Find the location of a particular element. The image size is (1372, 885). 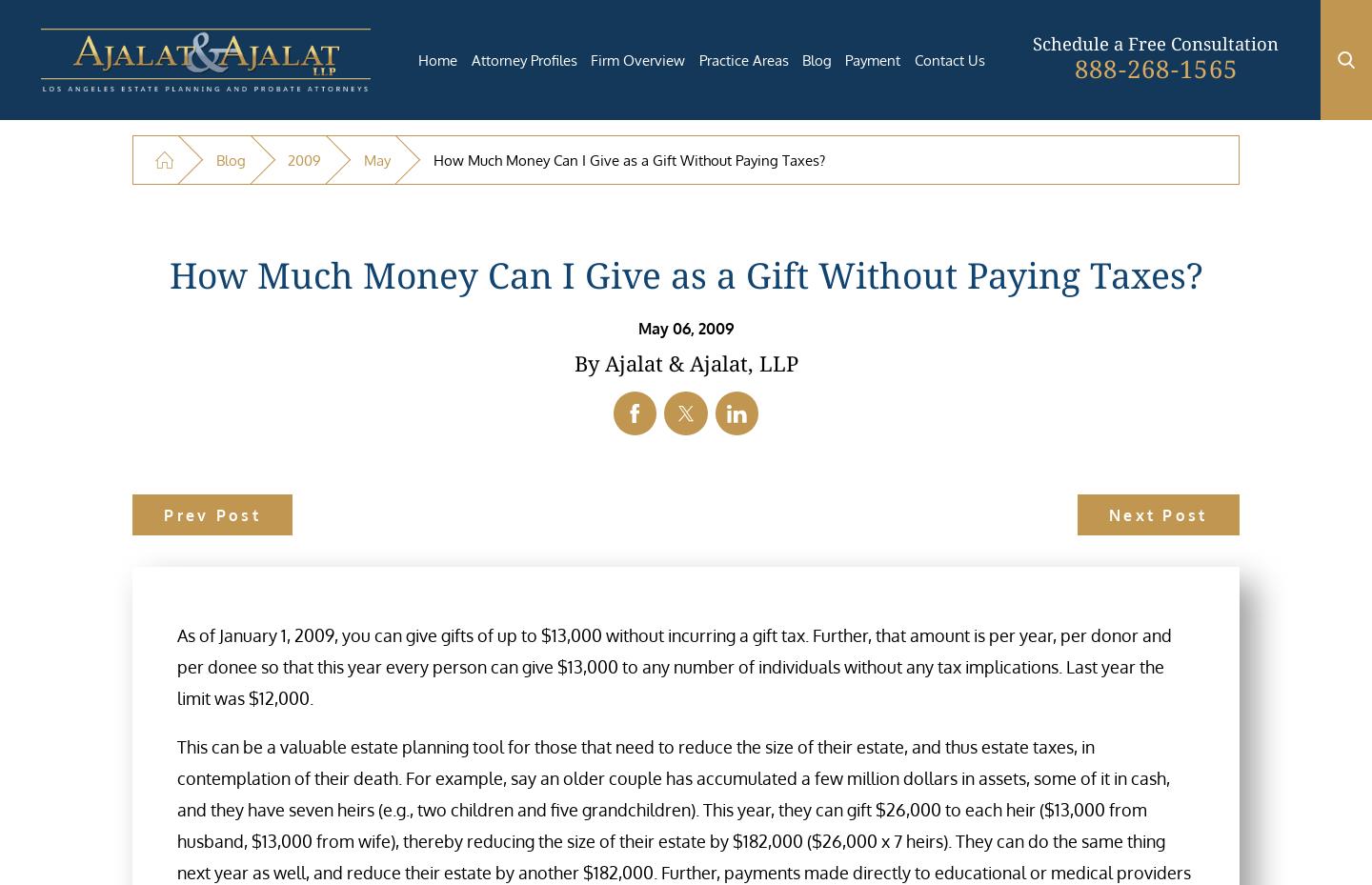

'CA' is located at coordinates (604, 594).